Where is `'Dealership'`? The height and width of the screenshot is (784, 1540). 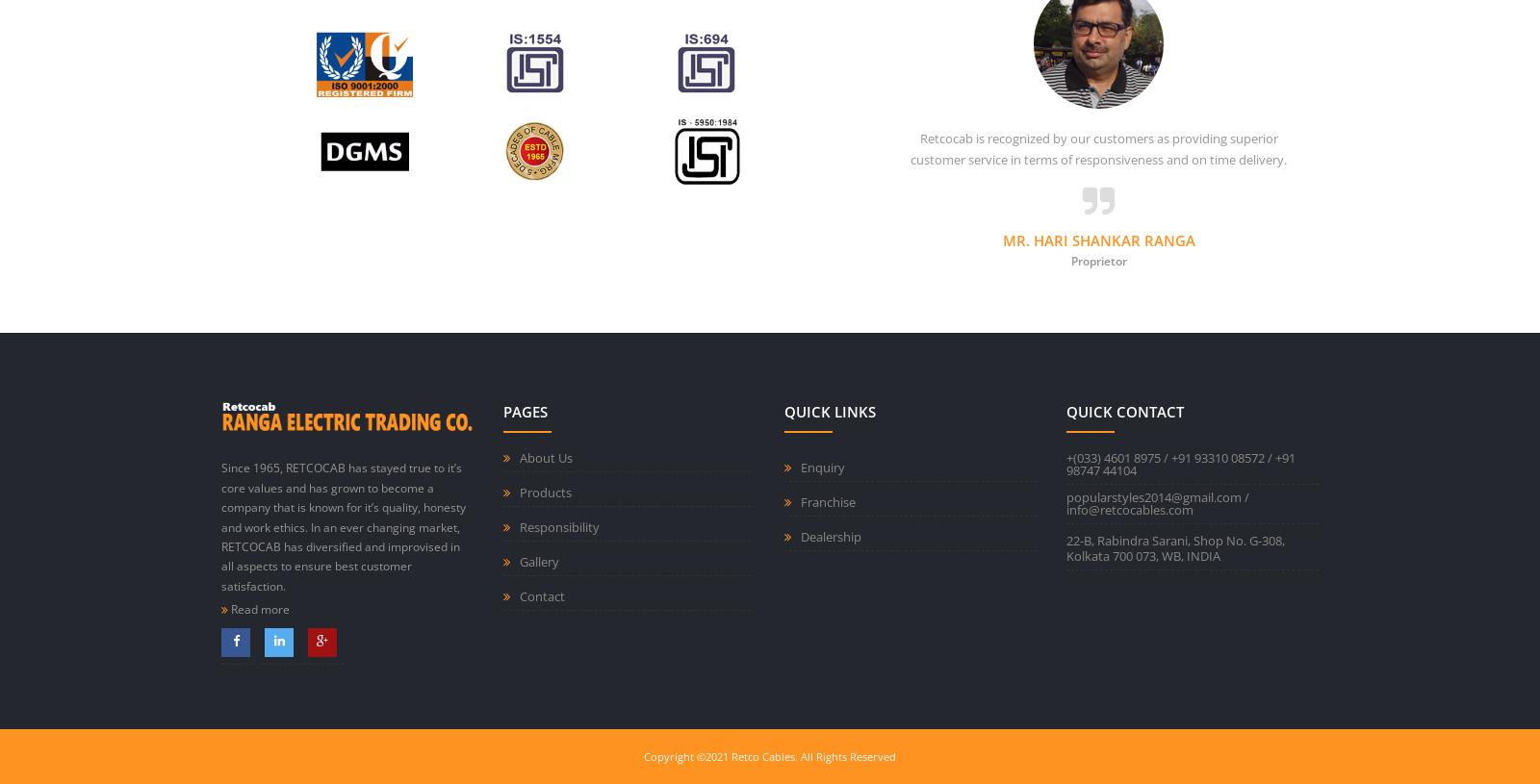
'Dealership' is located at coordinates (830, 536).